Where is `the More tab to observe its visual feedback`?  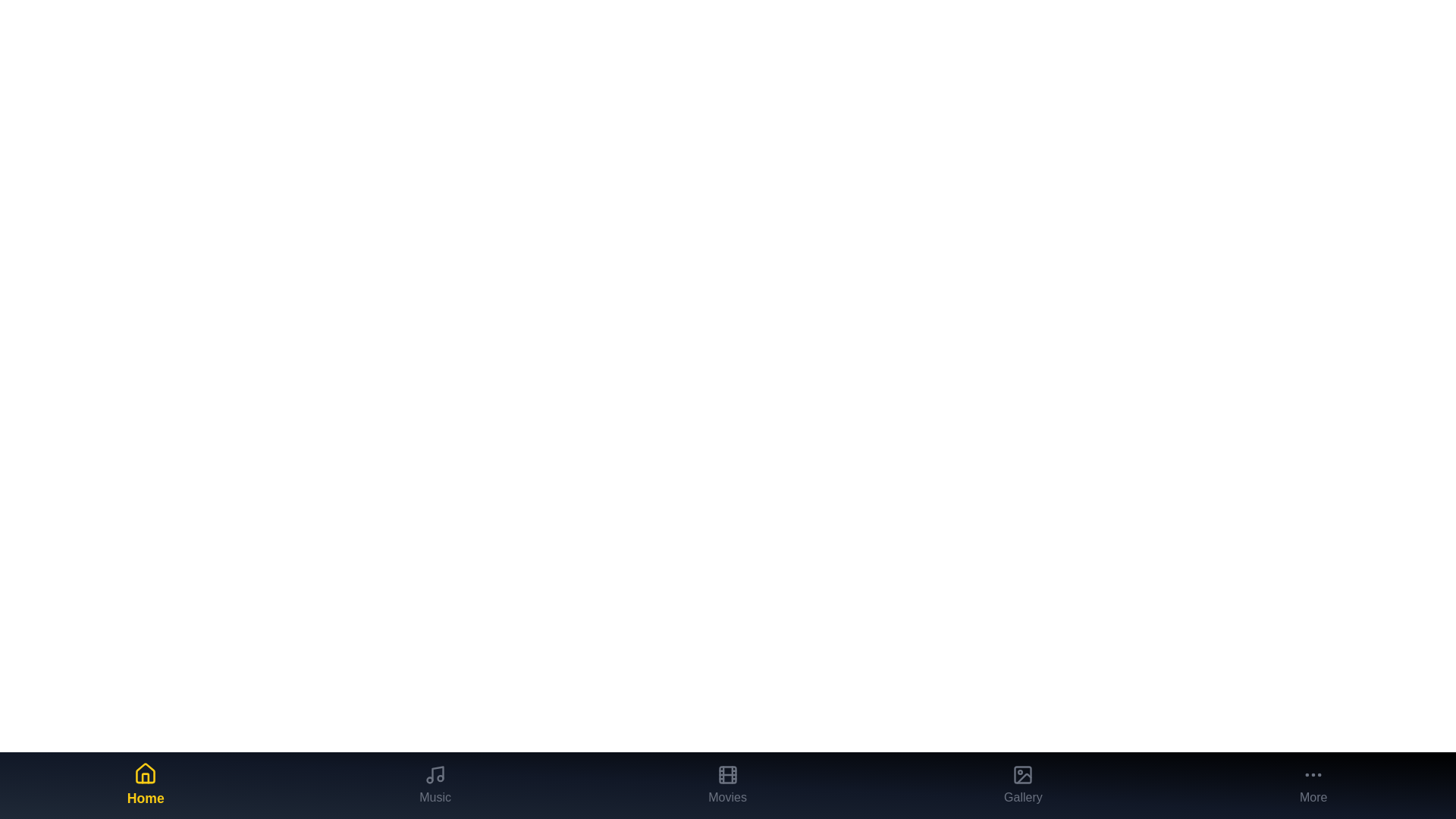
the More tab to observe its visual feedback is located at coordinates (1313, 785).